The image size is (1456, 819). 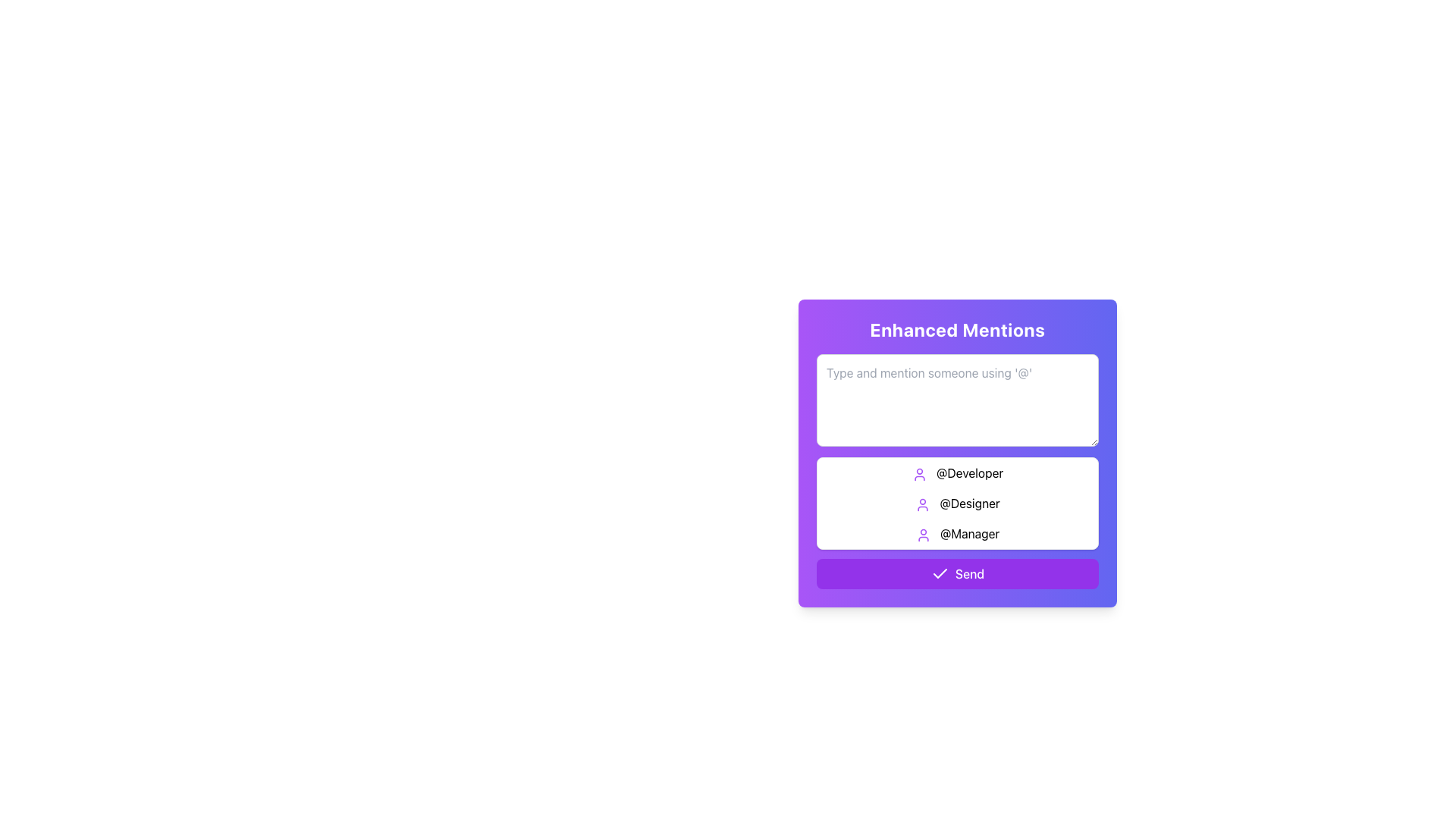 I want to click on the mentionable user or role 'Manager' in the 'Enhanced Mentions' dropdown list, so click(x=956, y=533).